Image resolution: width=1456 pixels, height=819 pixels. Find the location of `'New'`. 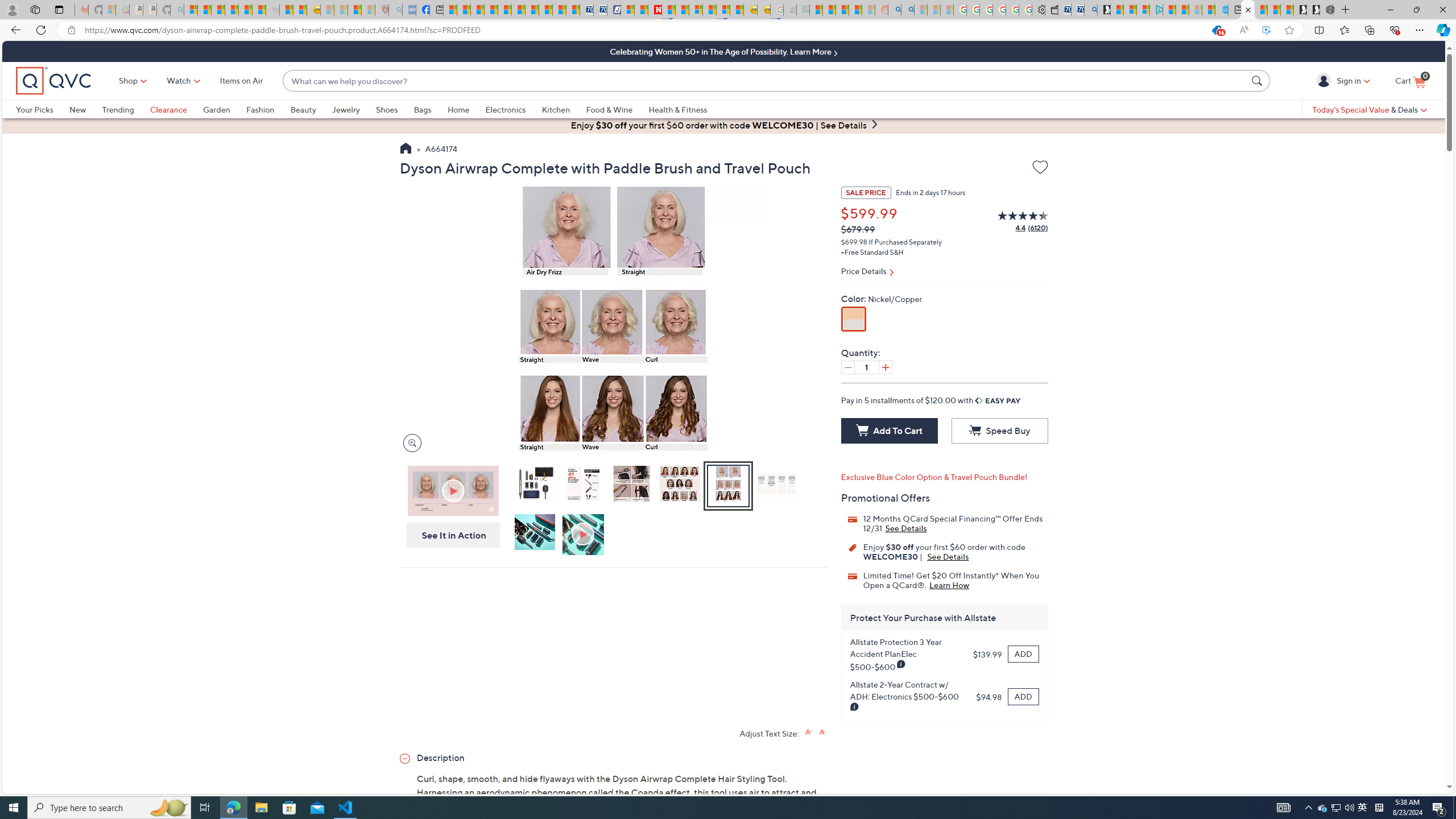

'New' is located at coordinates (76, 109).